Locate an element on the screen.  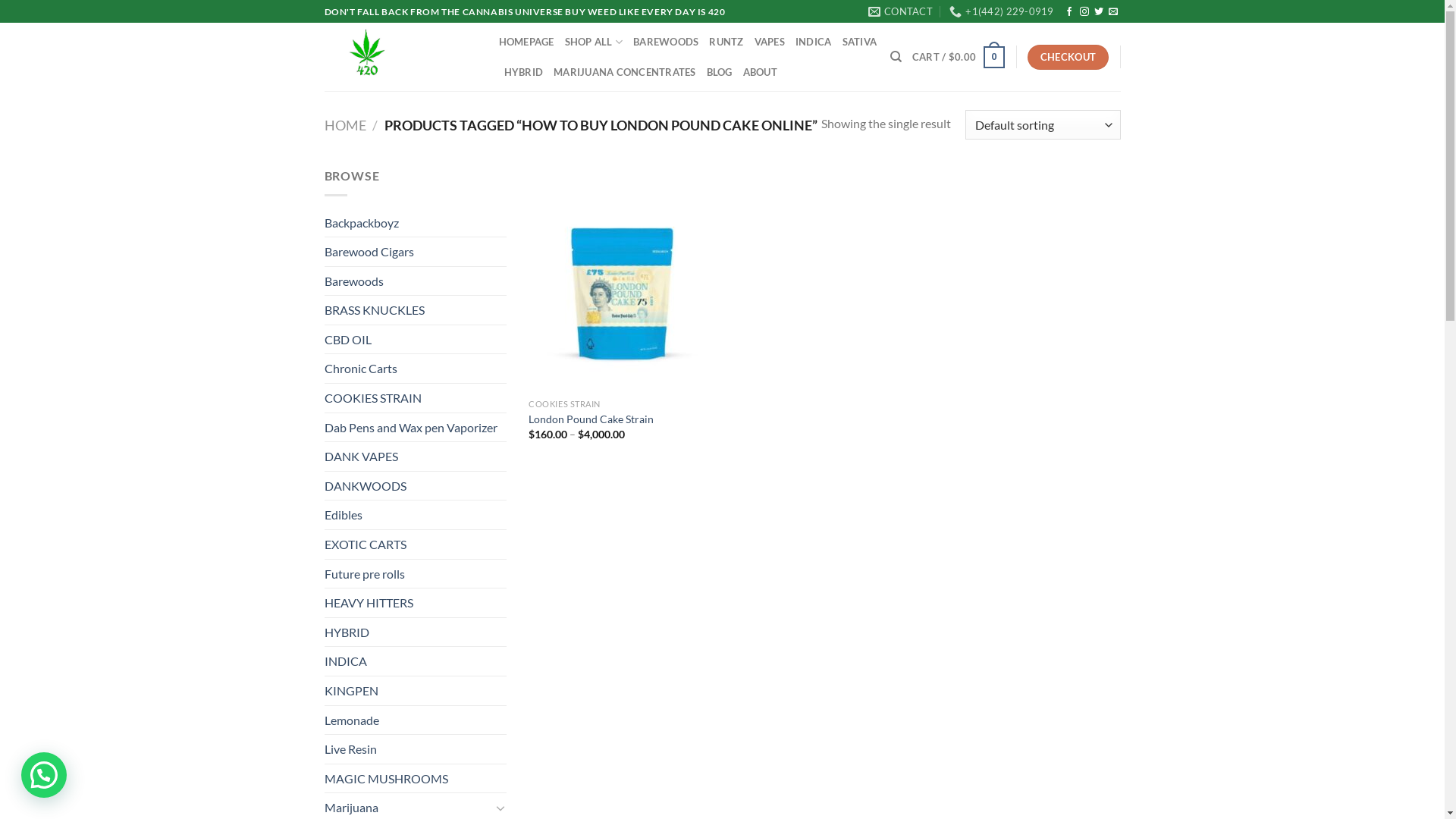
'Future pre rolls' is located at coordinates (415, 573).